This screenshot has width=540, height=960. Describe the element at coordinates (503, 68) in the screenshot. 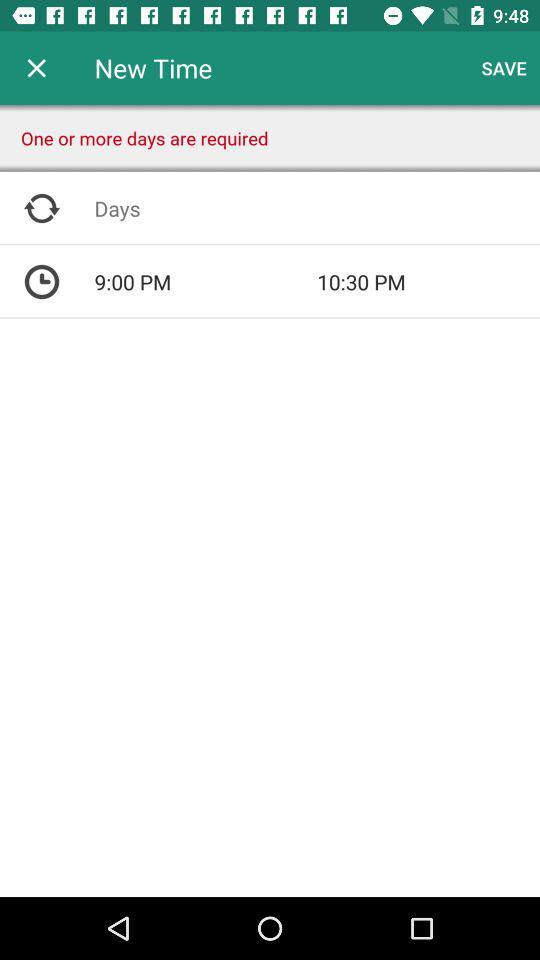

I see `item to the right of the new time icon` at that location.